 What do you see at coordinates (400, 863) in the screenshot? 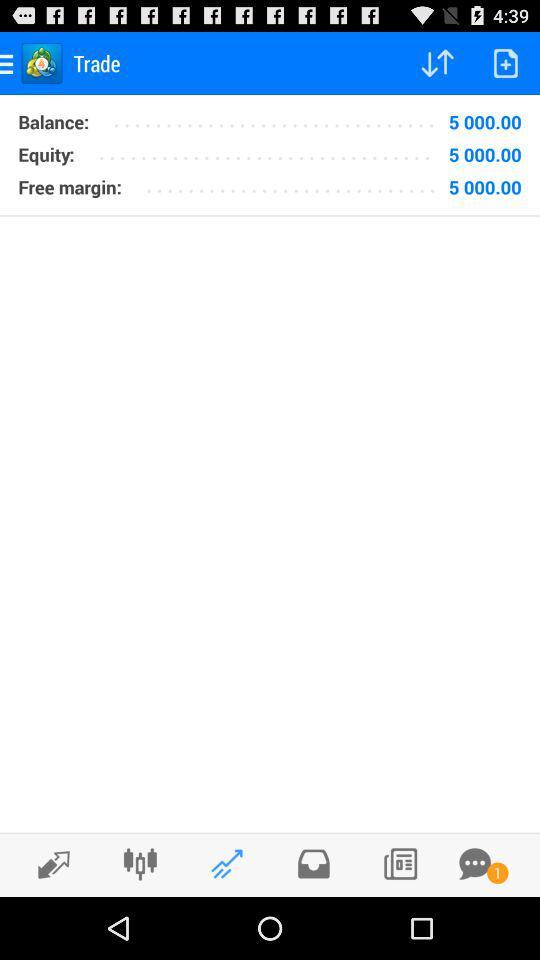
I see `news` at bounding box center [400, 863].